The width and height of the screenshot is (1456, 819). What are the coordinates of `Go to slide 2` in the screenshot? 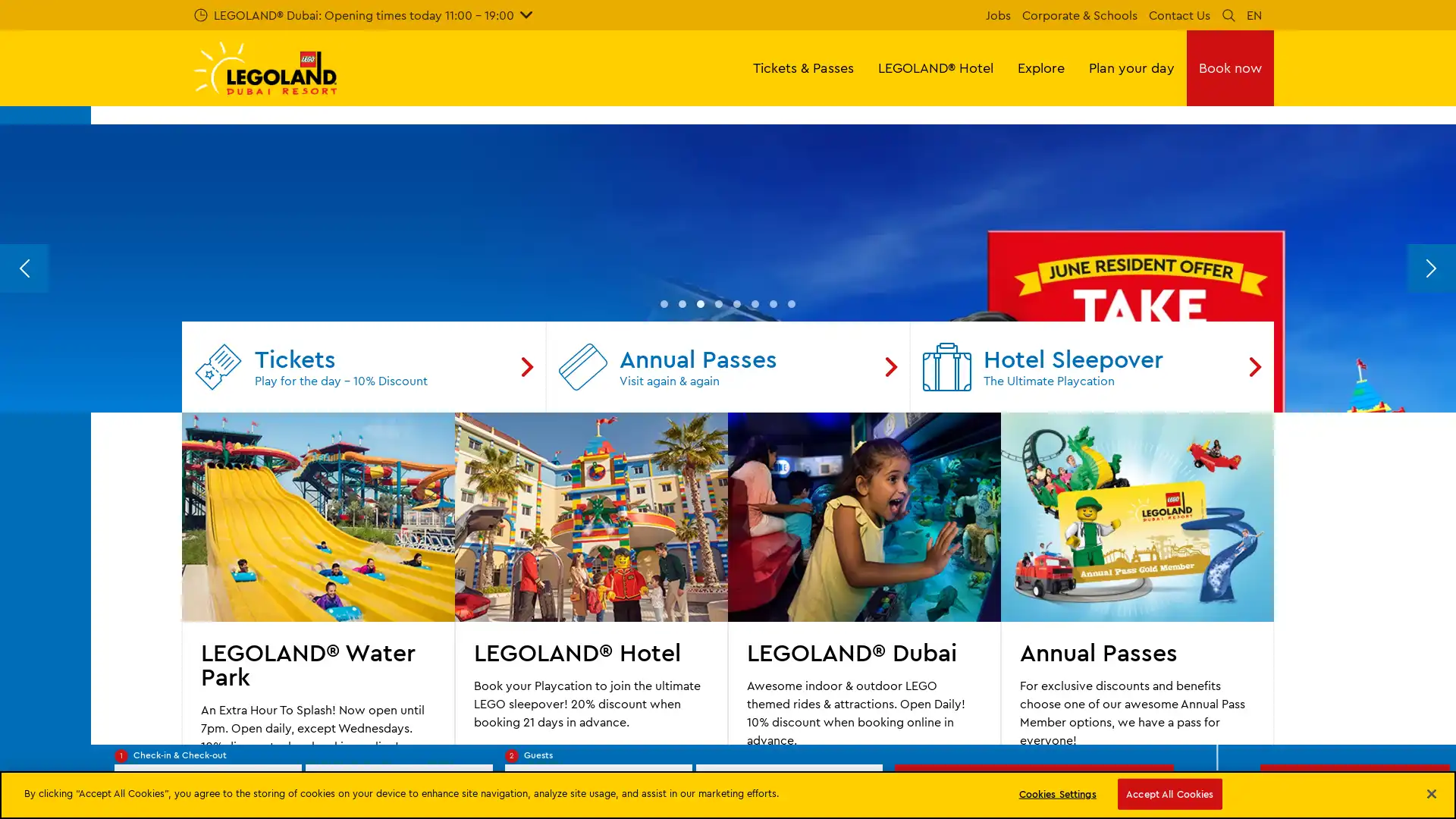 It's located at (682, 604).